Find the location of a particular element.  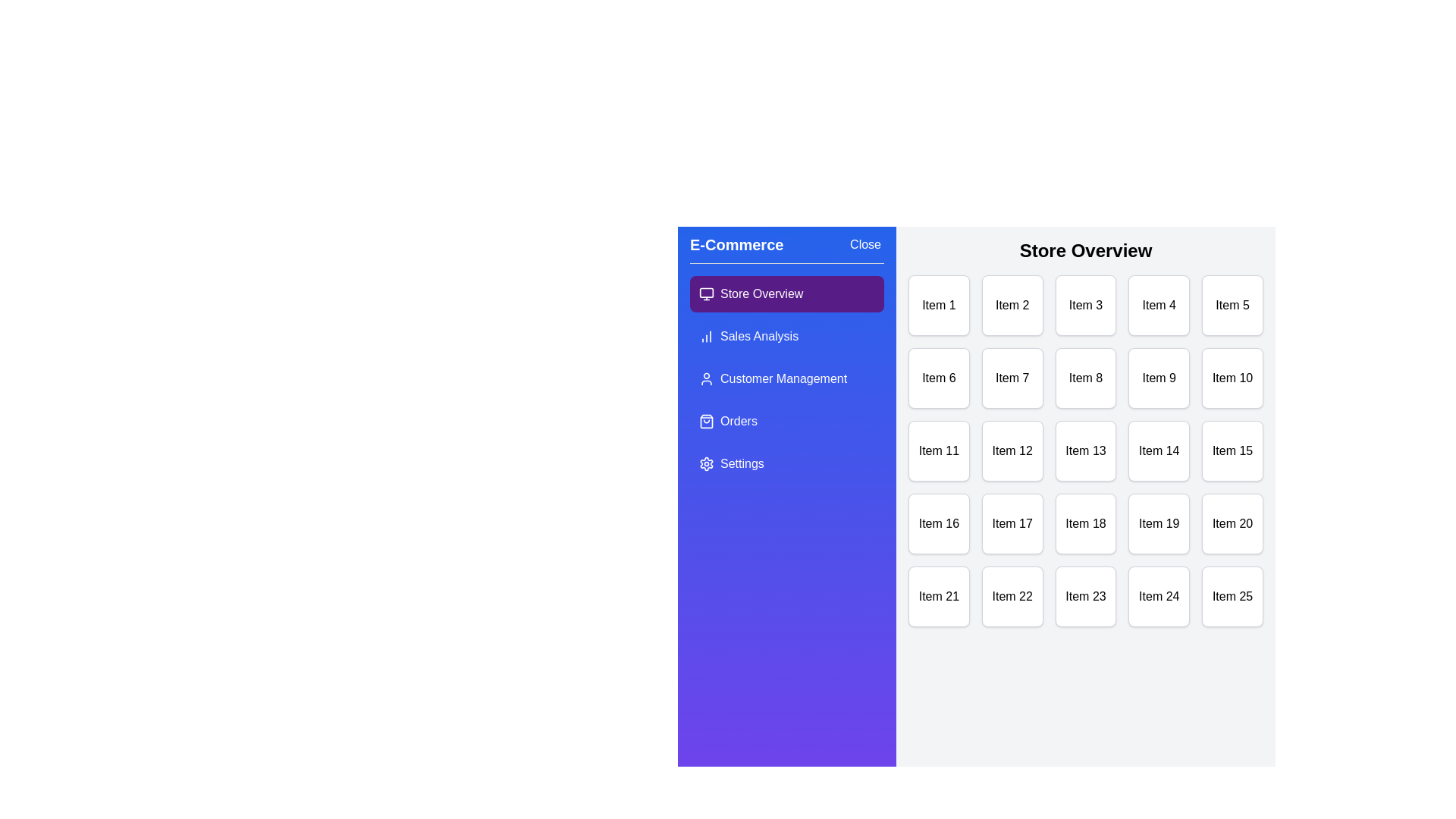

the menu option Orders from the drawer is located at coordinates (786, 421).